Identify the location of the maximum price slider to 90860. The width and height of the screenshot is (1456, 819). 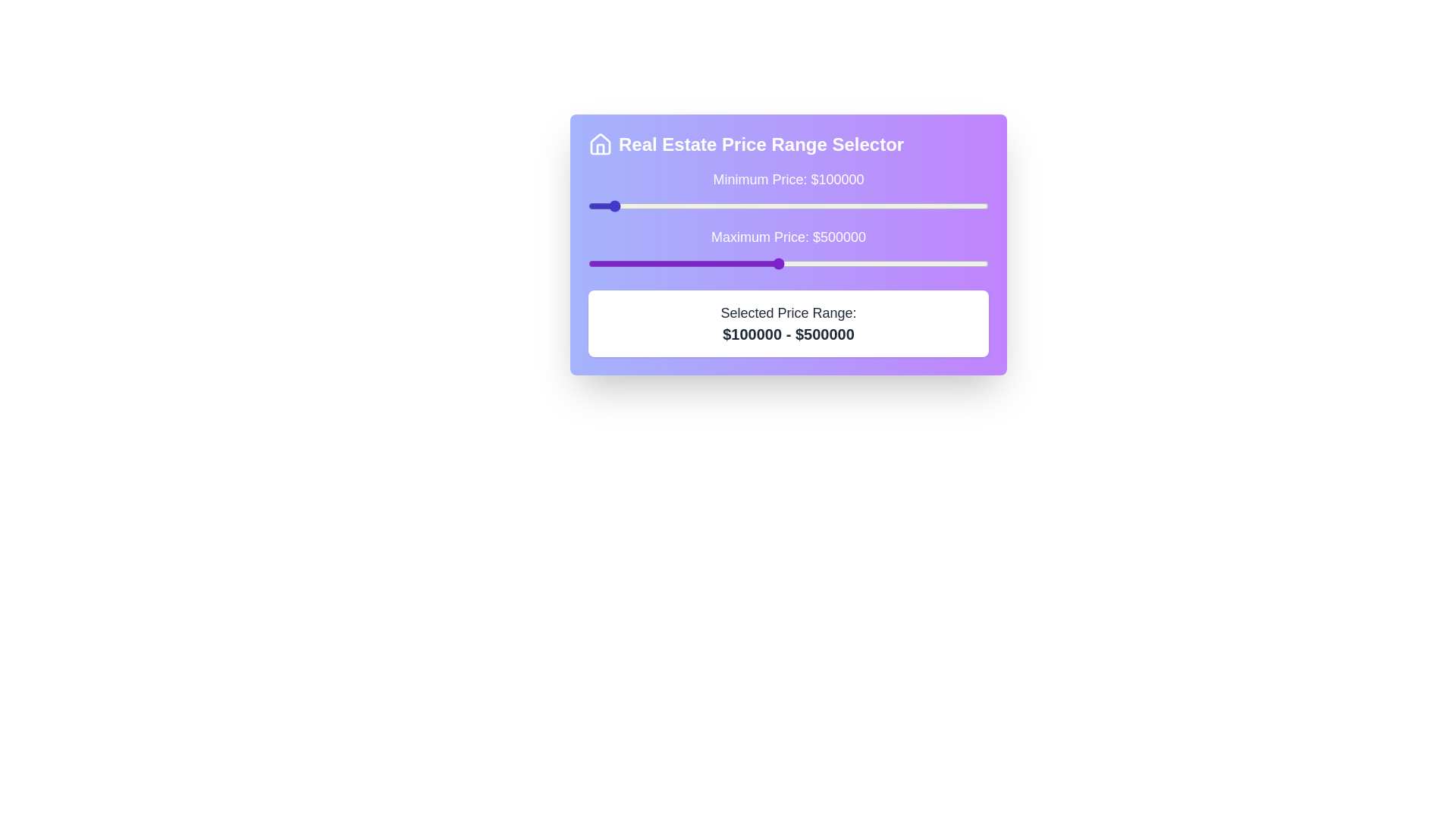
(604, 262).